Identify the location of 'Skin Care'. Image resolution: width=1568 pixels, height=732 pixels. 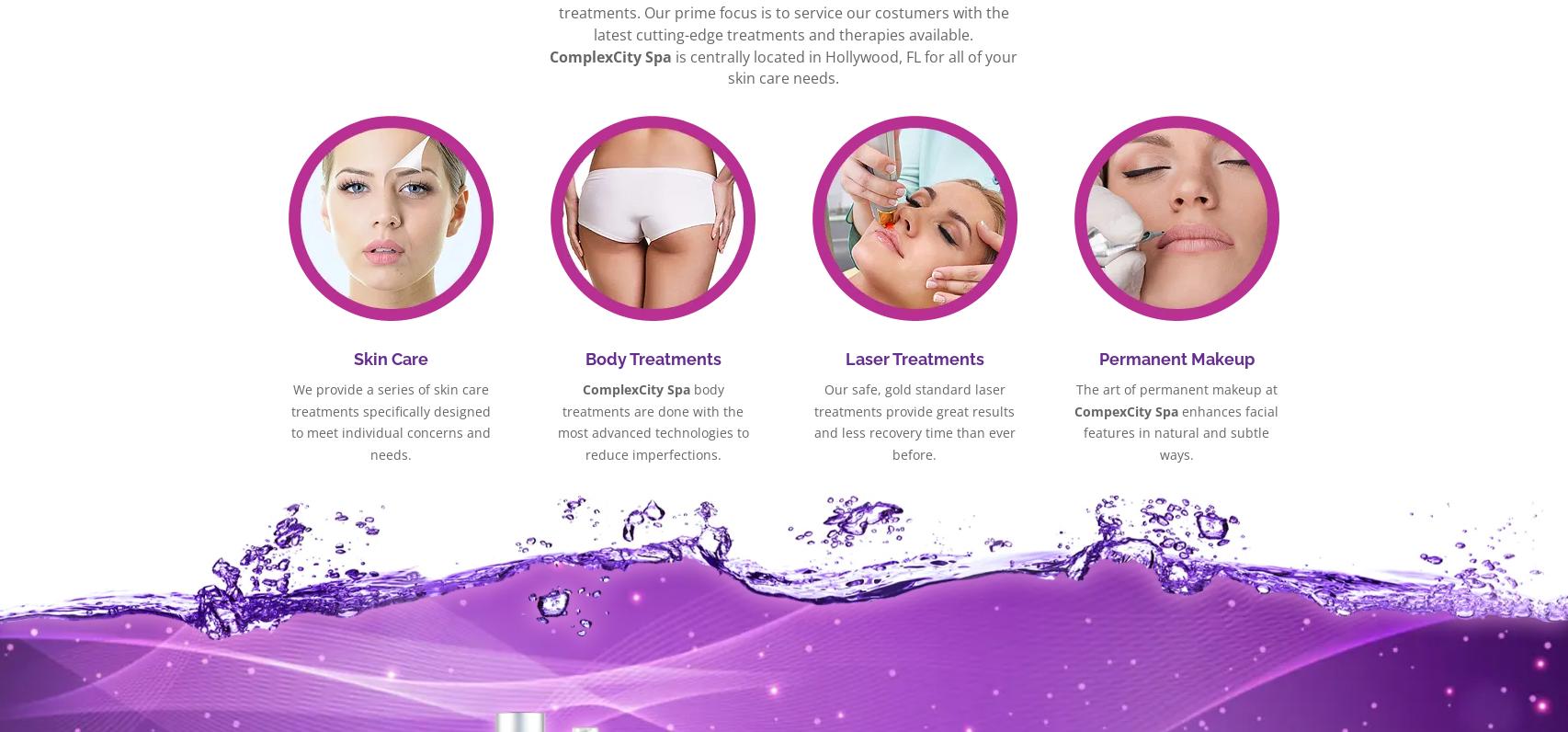
(391, 359).